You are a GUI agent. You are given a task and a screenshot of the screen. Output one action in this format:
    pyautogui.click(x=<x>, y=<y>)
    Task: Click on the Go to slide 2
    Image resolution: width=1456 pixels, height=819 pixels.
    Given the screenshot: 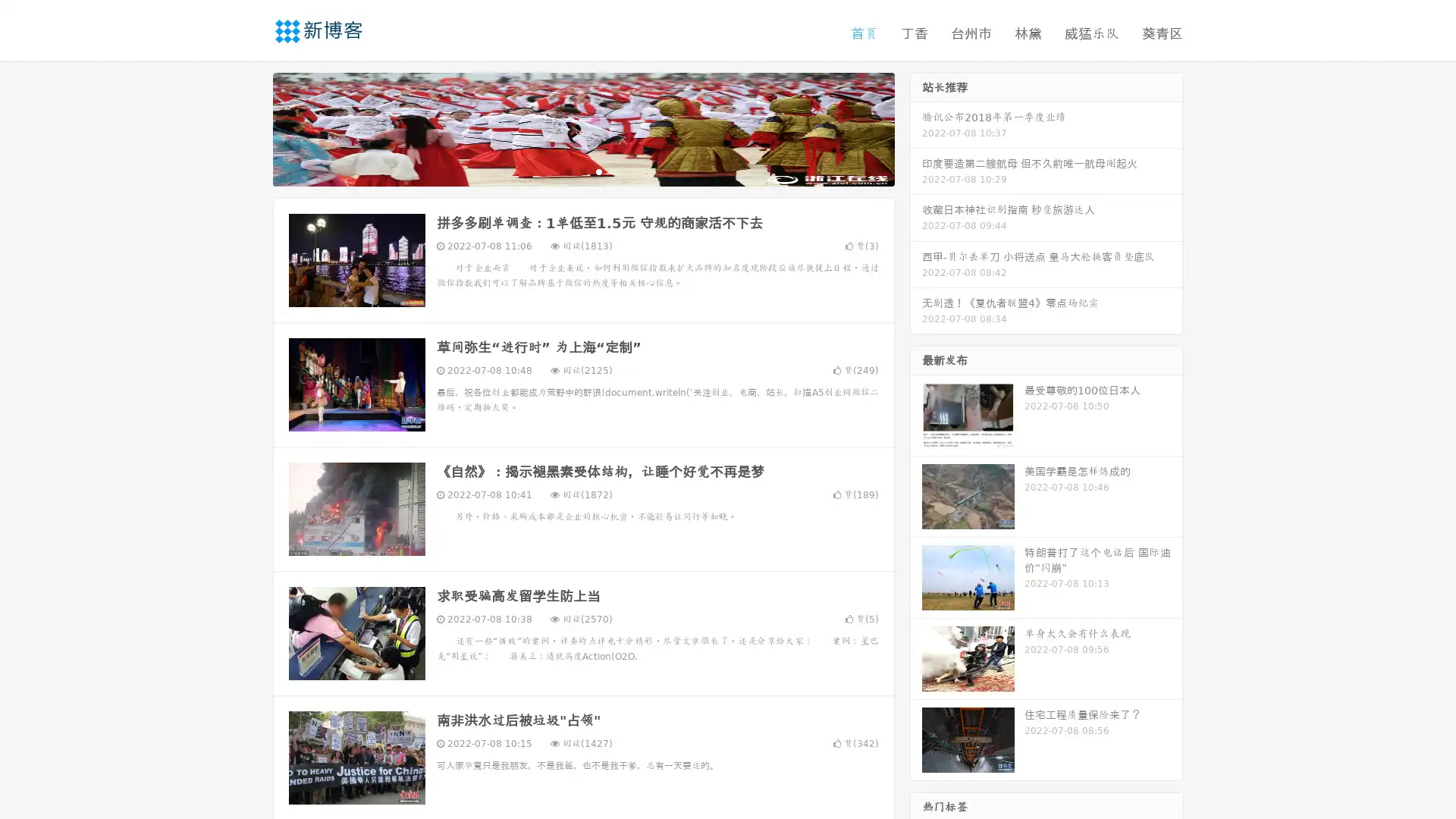 What is the action you would take?
    pyautogui.click(x=582, y=171)
    